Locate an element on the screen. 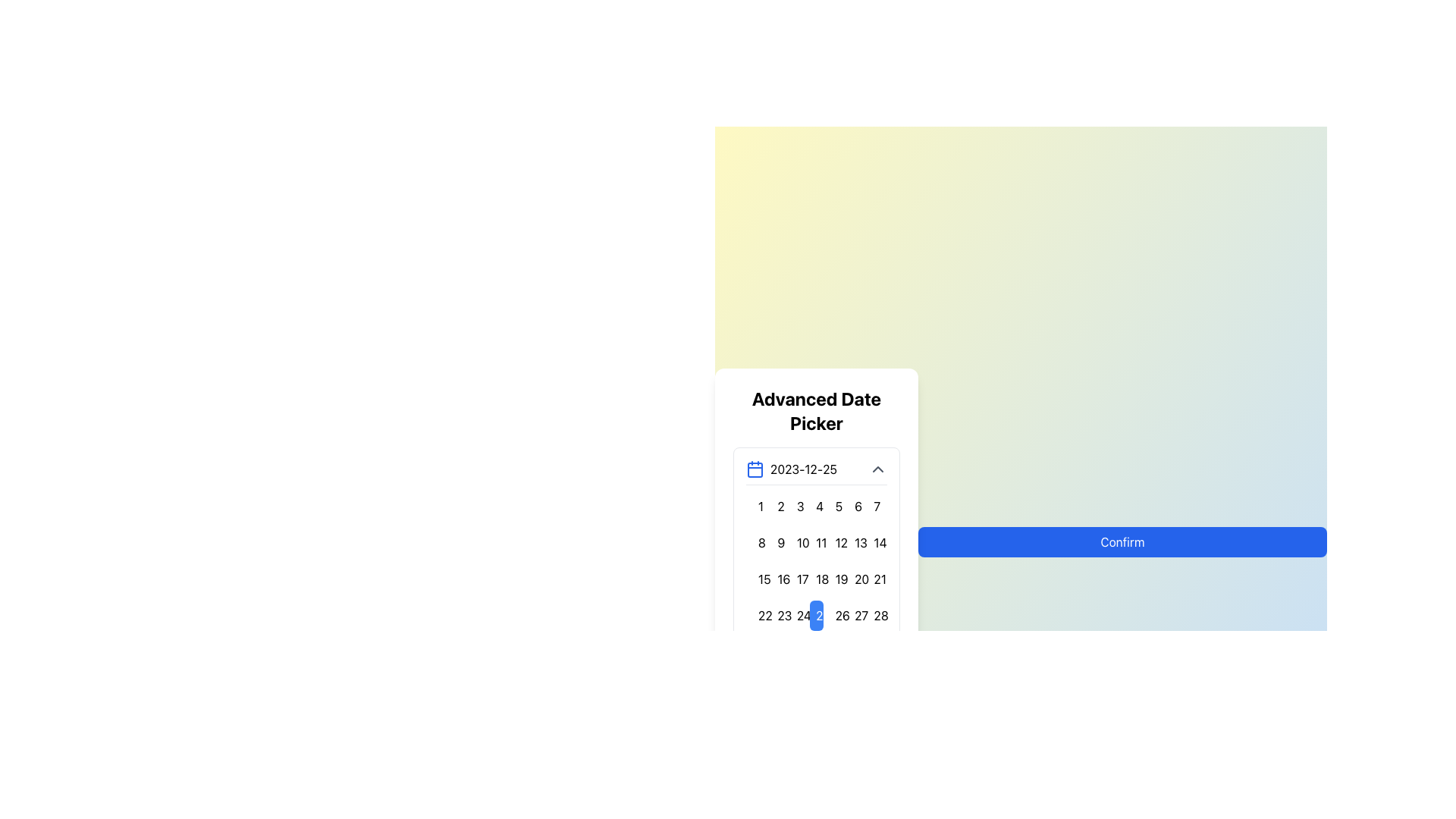 This screenshot has width=1456, height=819. the calendar date cell displaying the number '18' is located at coordinates (815, 579).